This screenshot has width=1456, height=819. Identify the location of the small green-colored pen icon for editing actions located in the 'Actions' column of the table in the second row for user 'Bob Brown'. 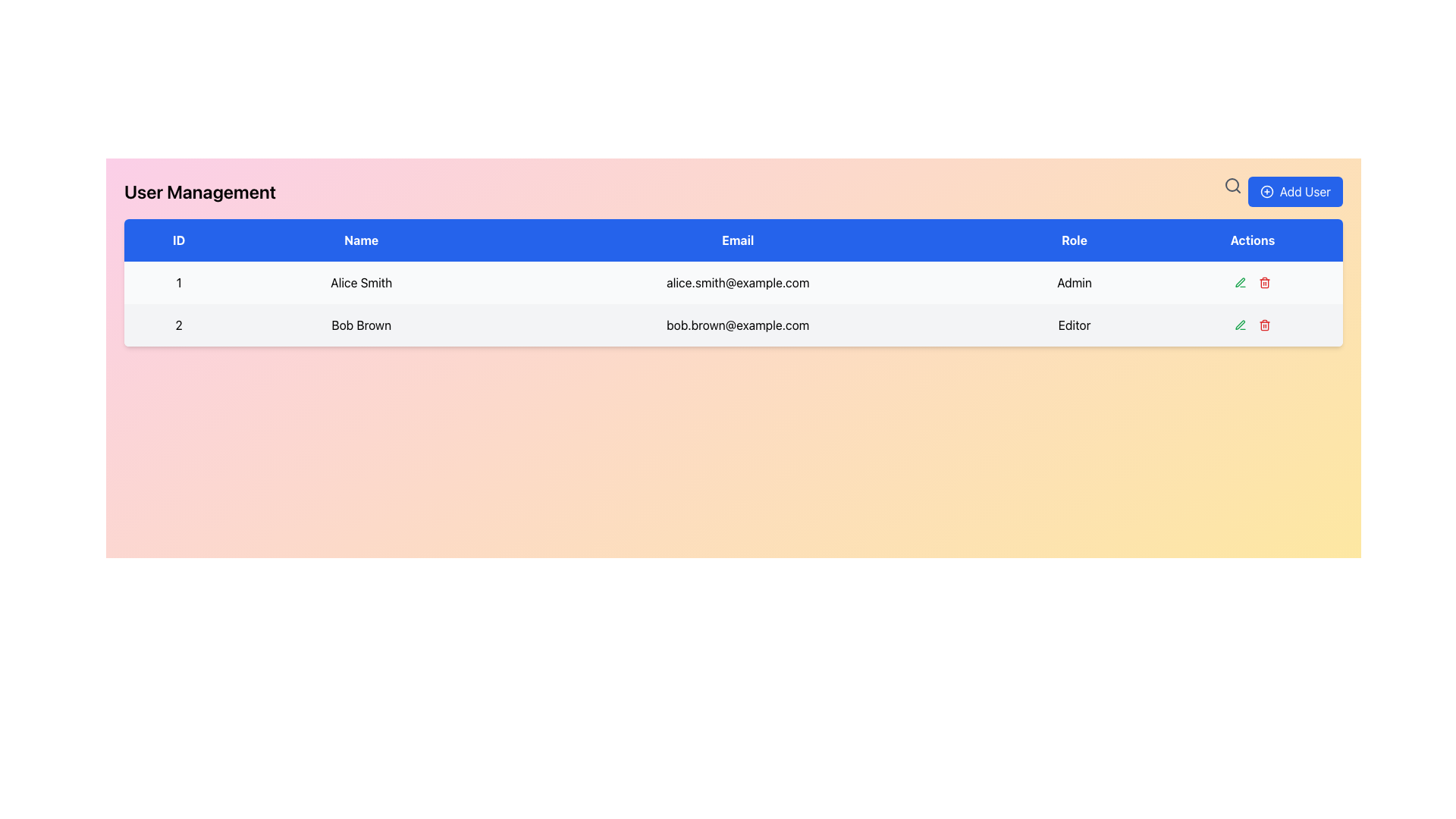
(1240, 283).